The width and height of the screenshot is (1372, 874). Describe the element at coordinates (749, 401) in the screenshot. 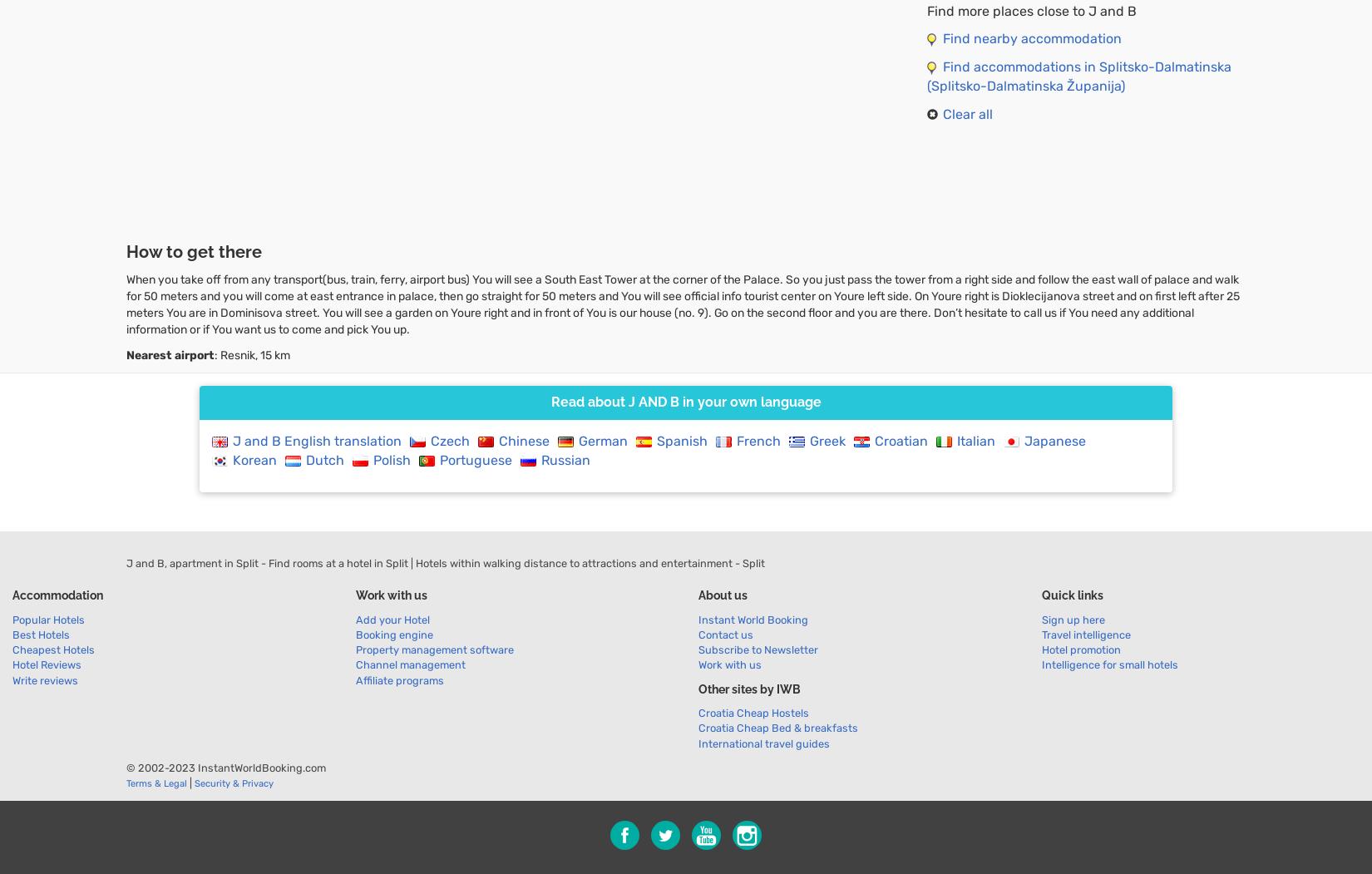

I see `'in your own language'` at that location.